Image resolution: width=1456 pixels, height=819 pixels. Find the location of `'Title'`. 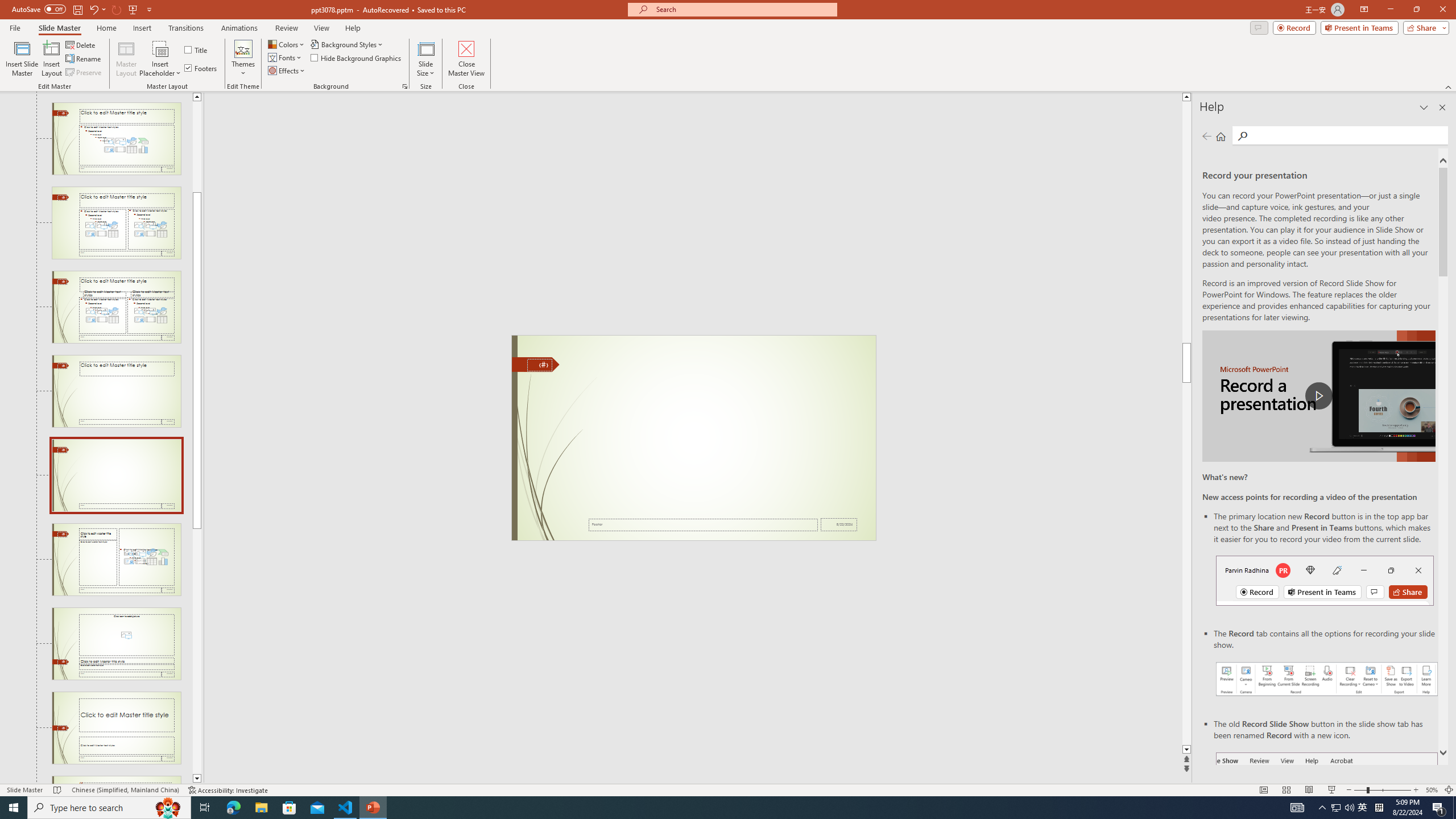

'Title' is located at coordinates (196, 49).